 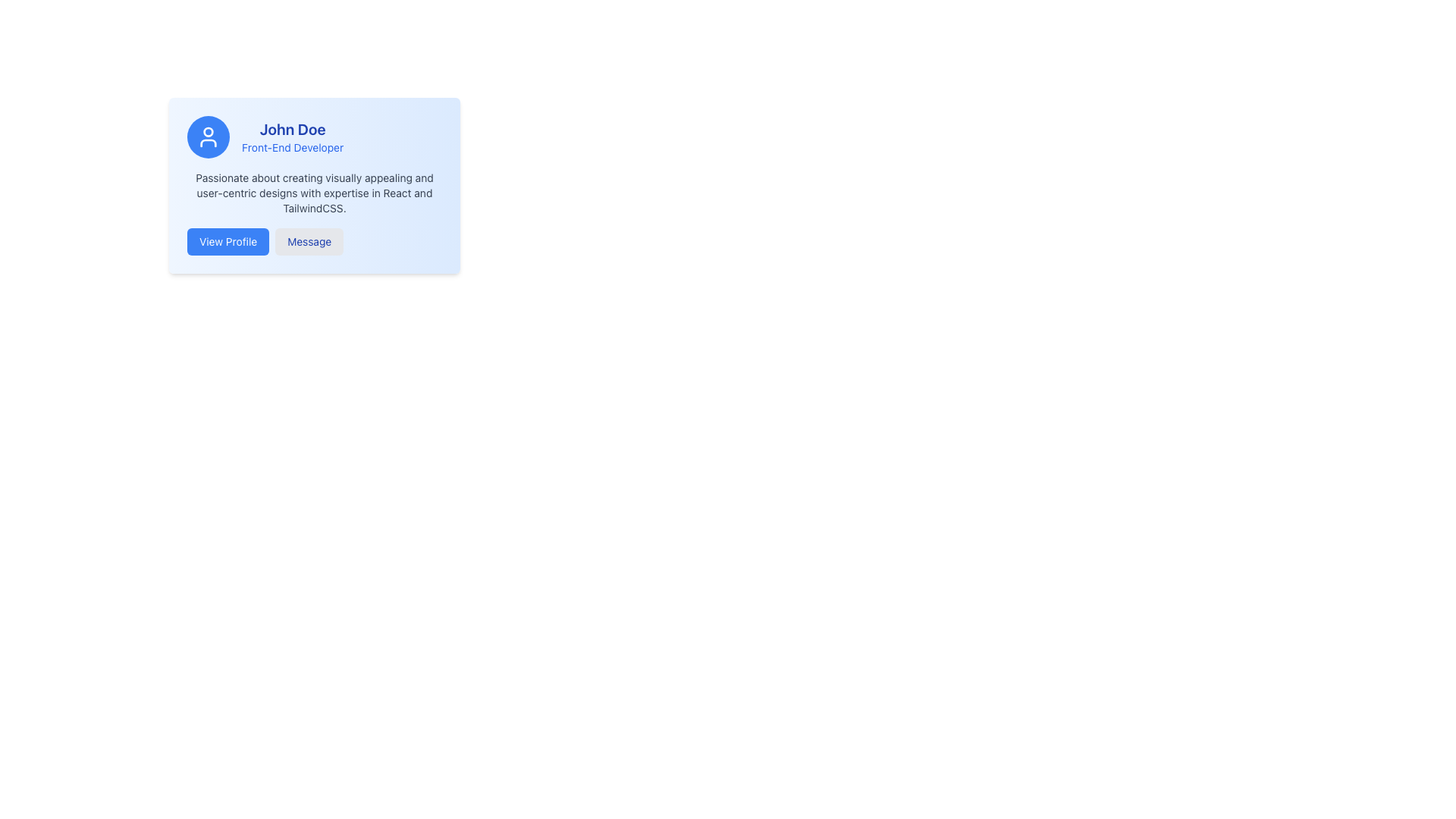 What do you see at coordinates (313, 137) in the screenshot?
I see `the profile header section that displays the user's name, role, and avatar, which is located at the upper part of the card layout` at bounding box center [313, 137].